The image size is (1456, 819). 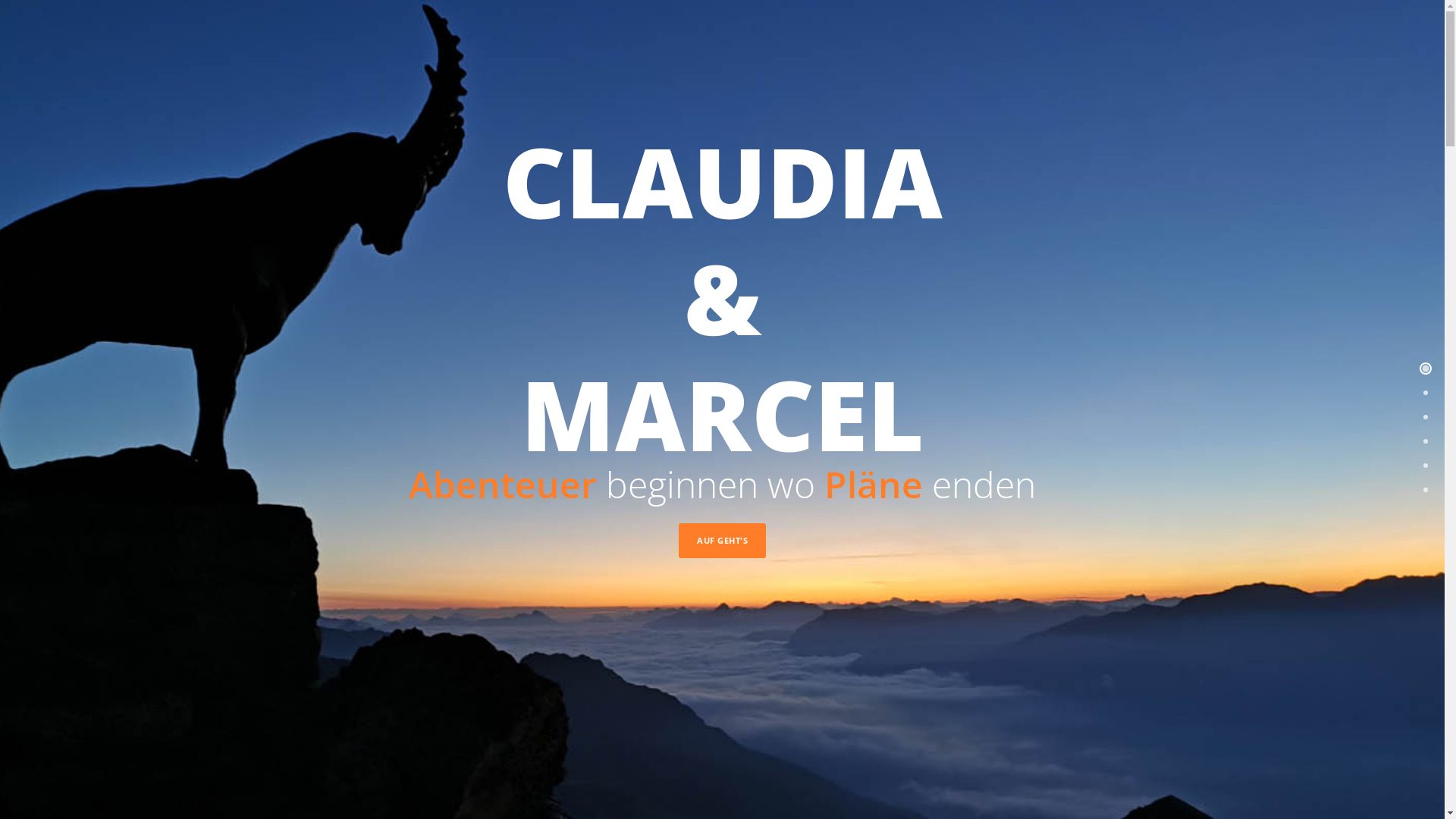 I want to click on 'AUF GEHT'S', so click(x=677, y=540).